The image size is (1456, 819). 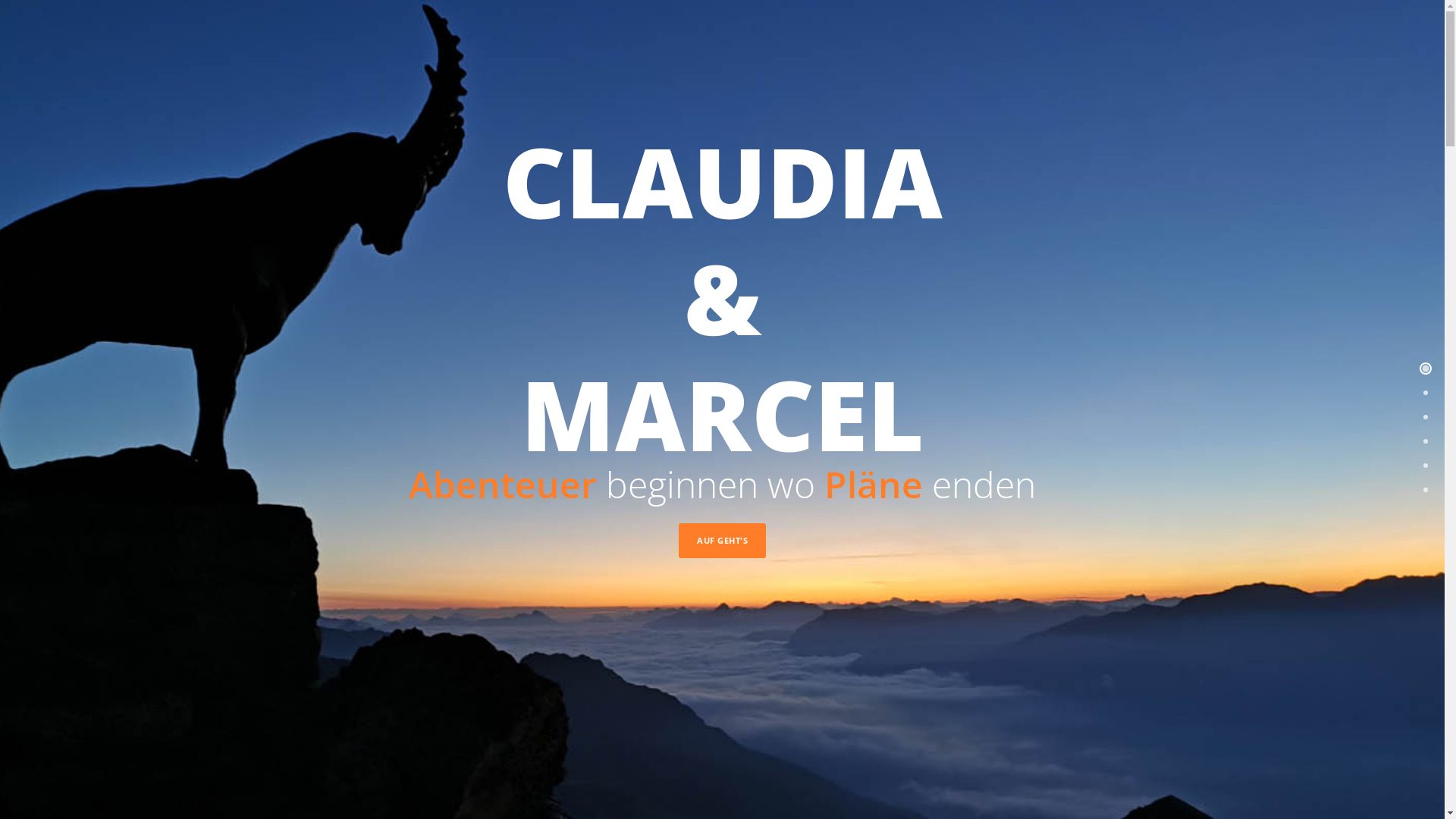 I want to click on 'AUF GEHT'S', so click(x=677, y=540).